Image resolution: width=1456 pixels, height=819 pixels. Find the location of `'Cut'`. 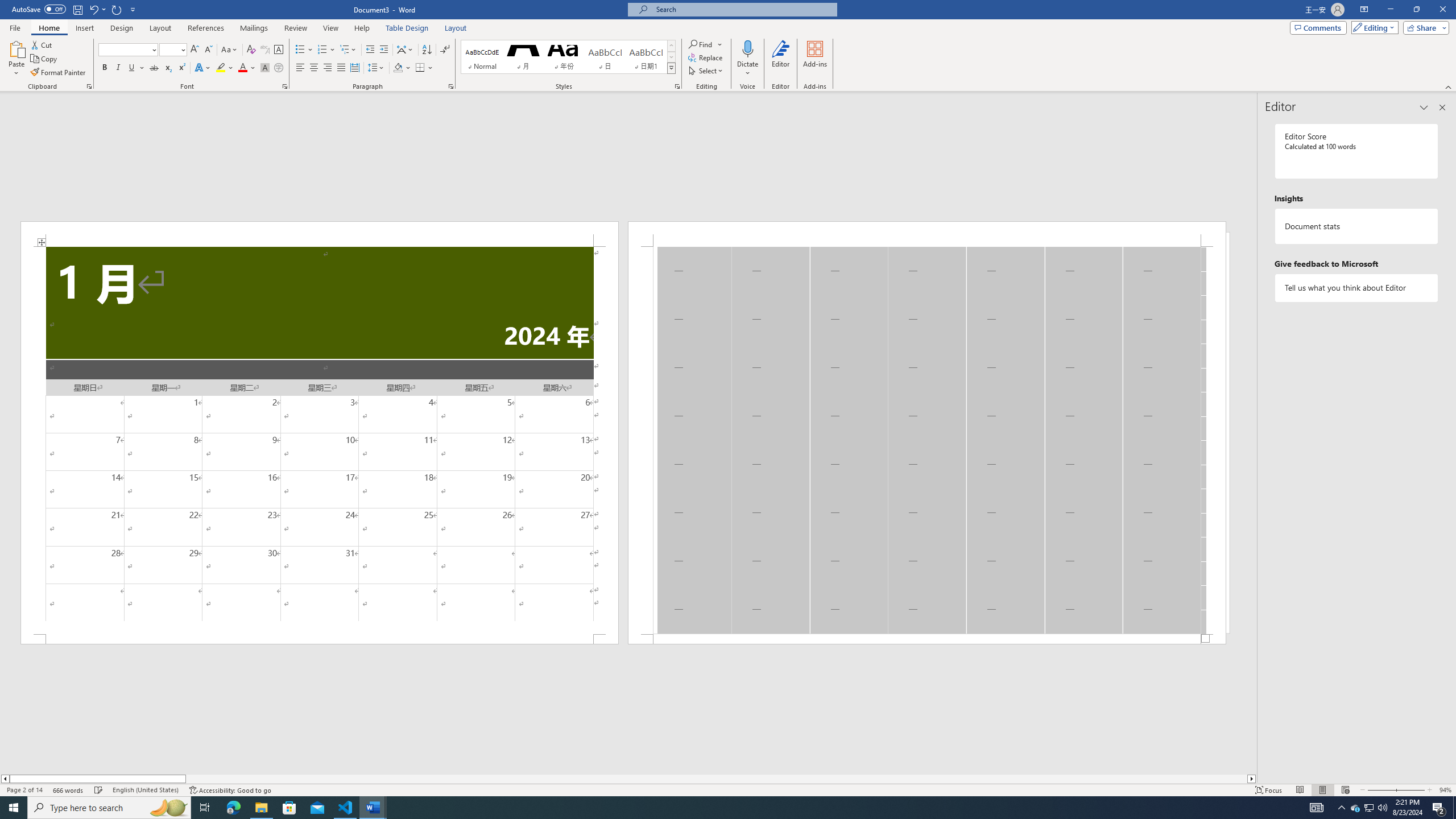

'Cut' is located at coordinates (42, 44).